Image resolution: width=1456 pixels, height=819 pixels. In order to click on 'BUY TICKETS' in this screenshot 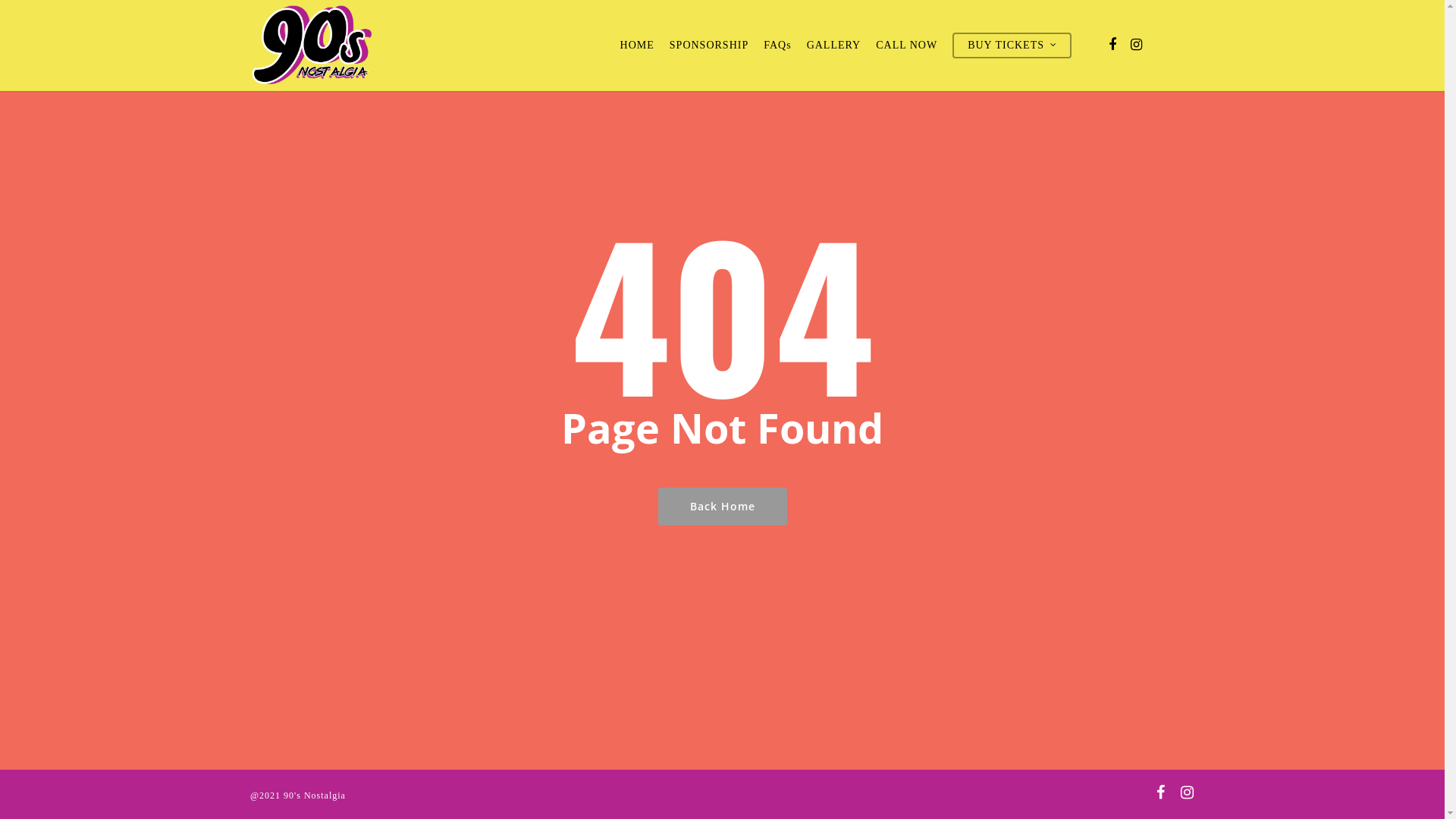, I will do `click(1012, 45)`.